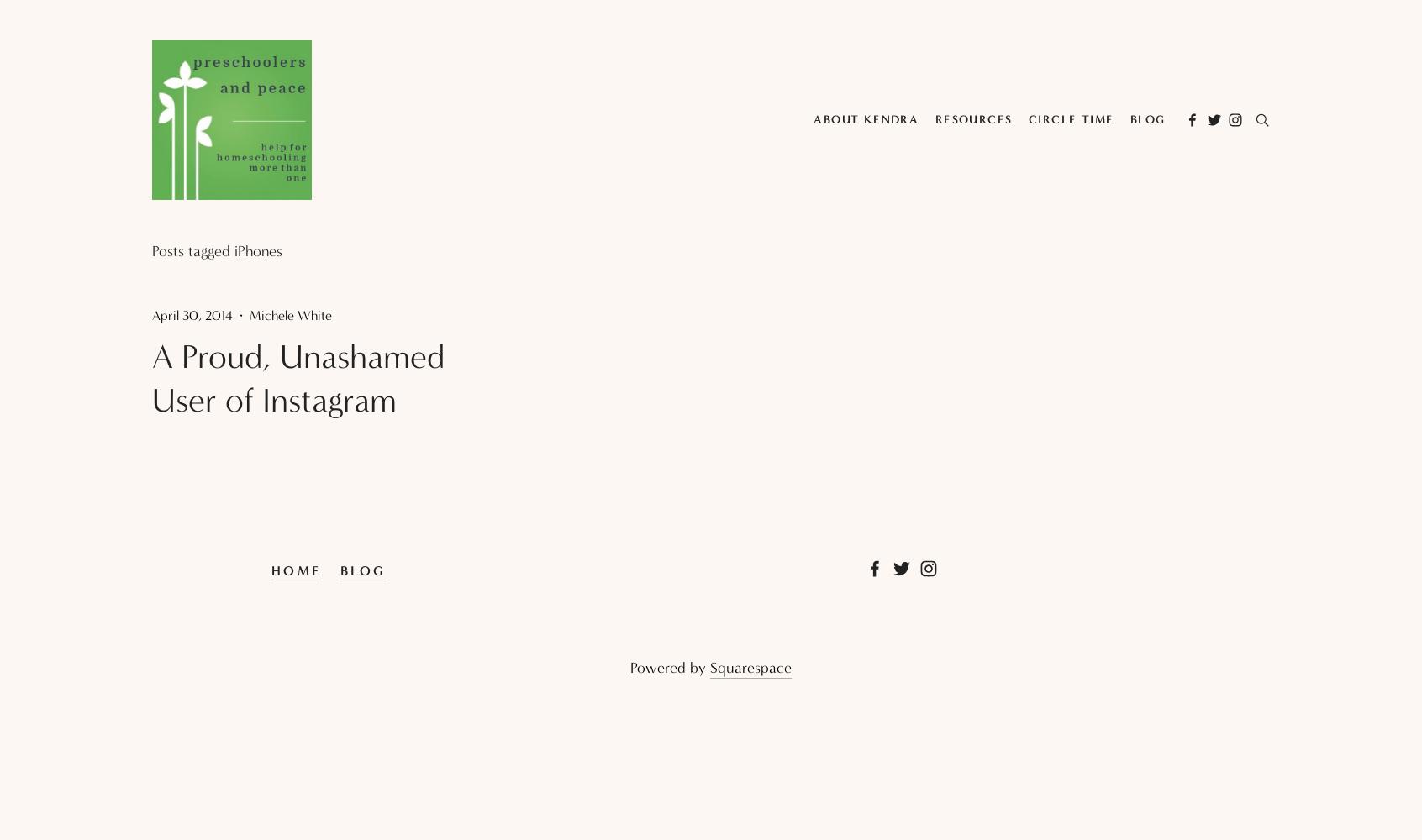  Describe the element at coordinates (151, 313) in the screenshot. I see `'April 30, 2014'` at that location.